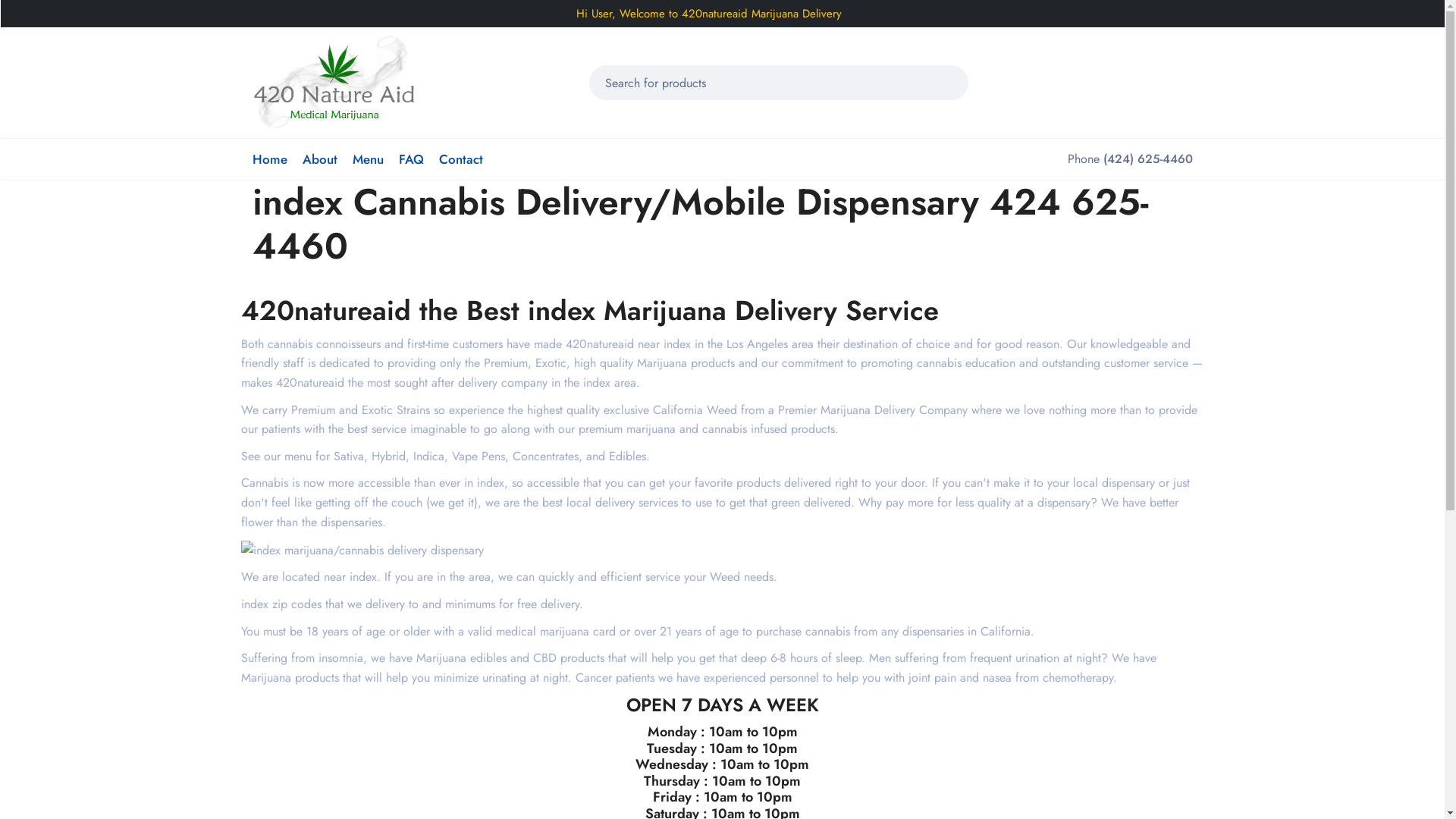 This screenshot has width=1456, height=819. What do you see at coordinates (459, 158) in the screenshot?
I see `'Contact'` at bounding box center [459, 158].